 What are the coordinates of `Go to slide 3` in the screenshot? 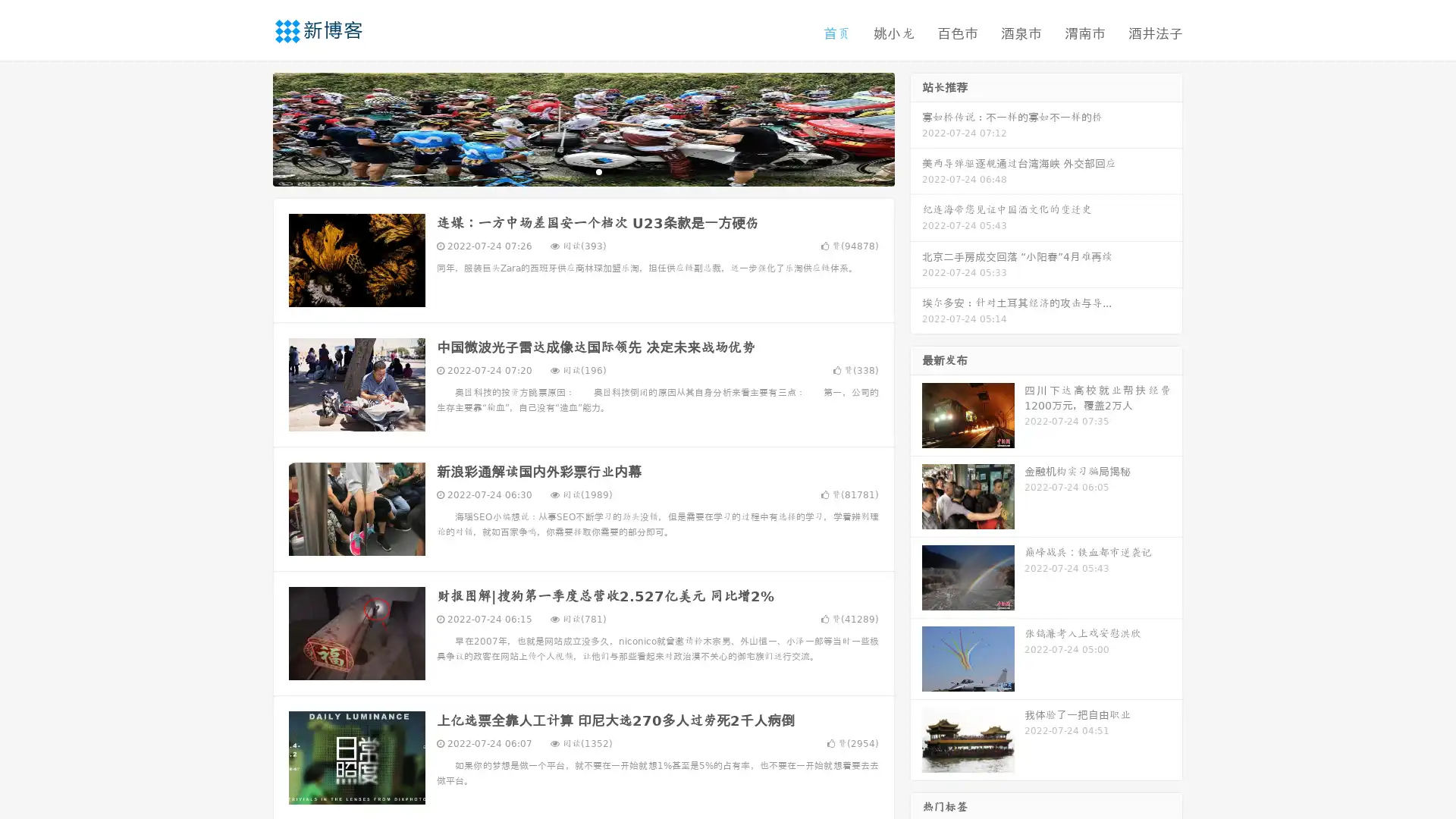 It's located at (598, 171).